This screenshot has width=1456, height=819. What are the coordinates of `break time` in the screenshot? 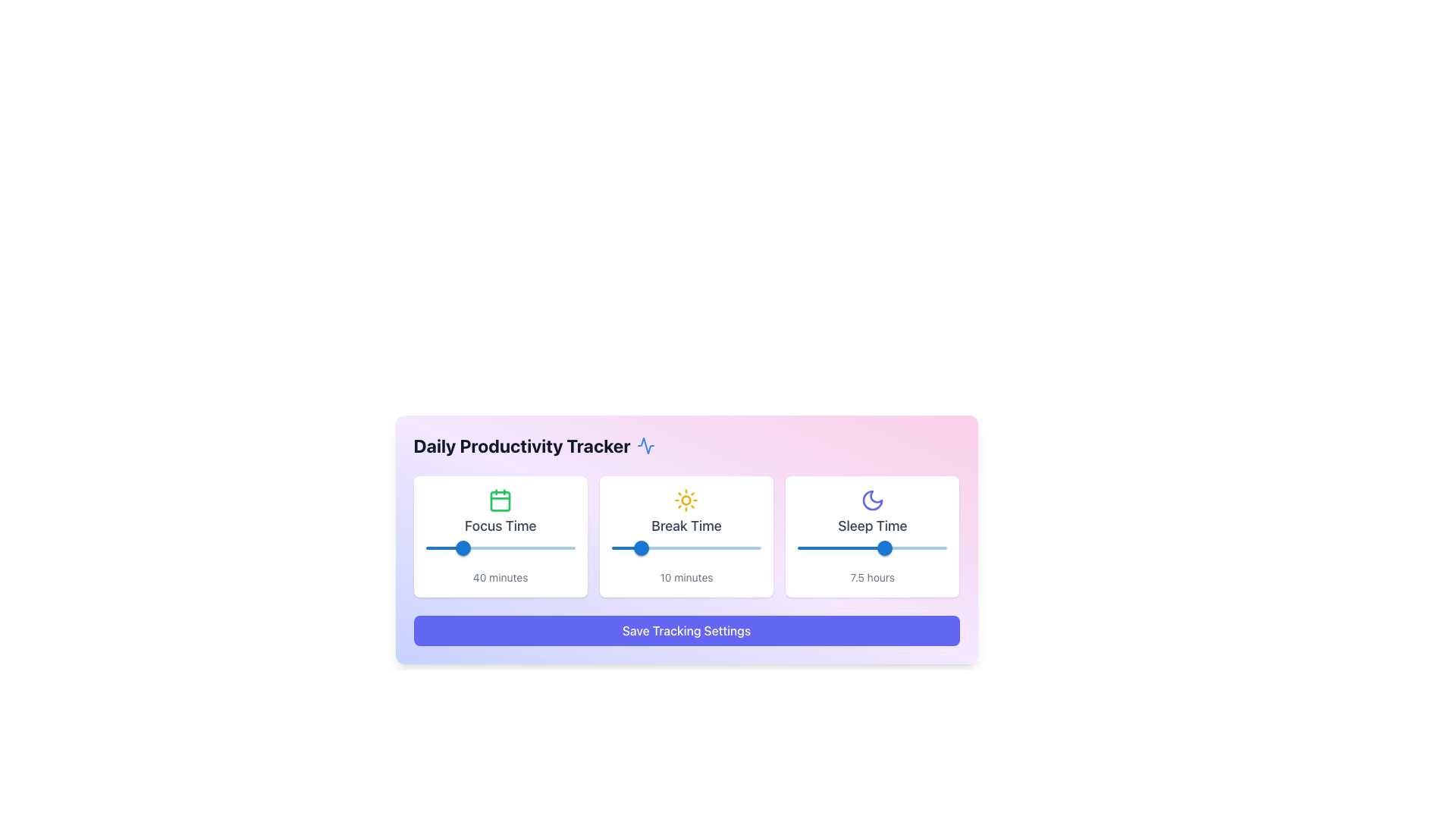 It's located at (678, 548).